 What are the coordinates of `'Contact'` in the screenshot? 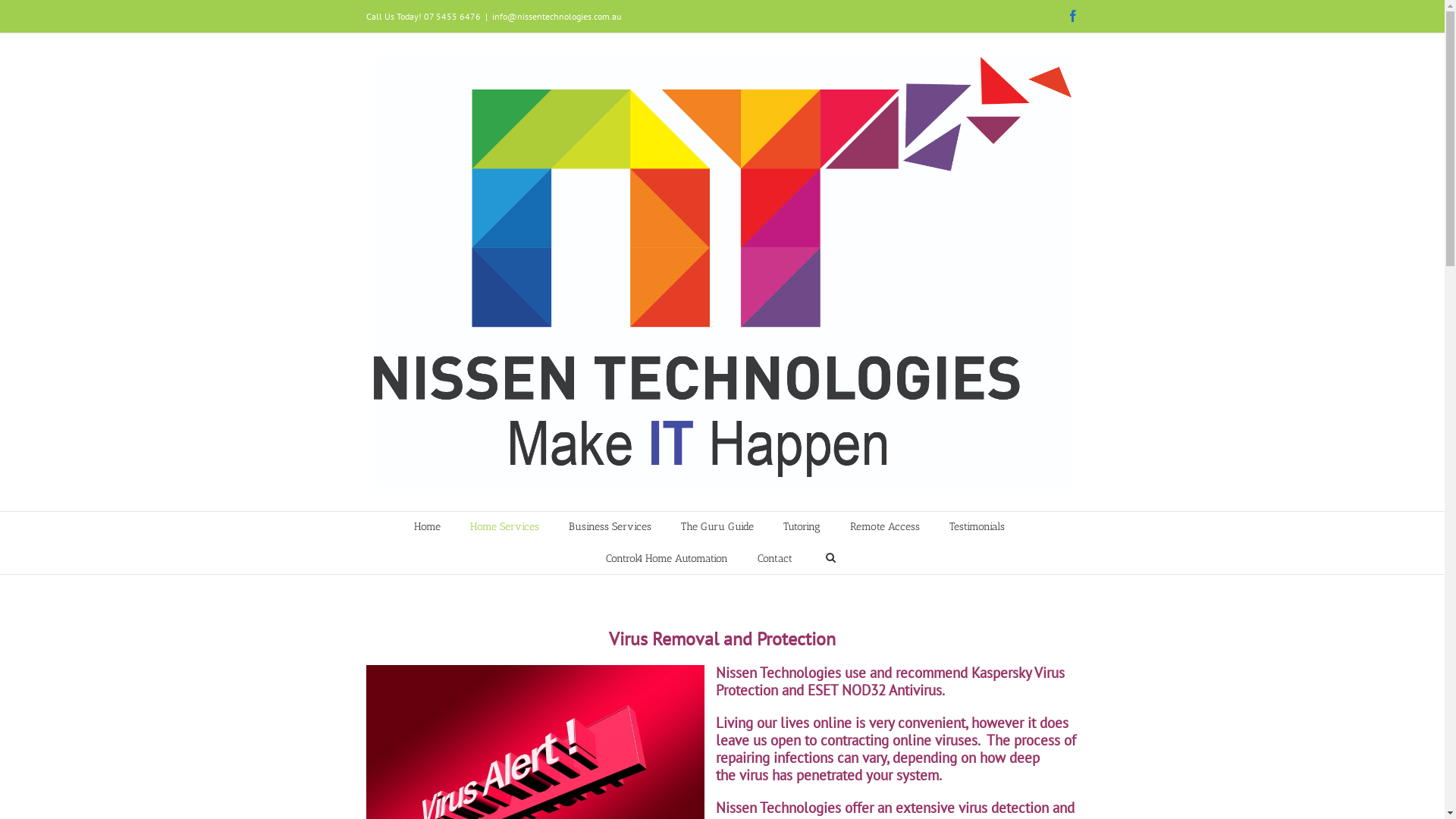 It's located at (757, 558).